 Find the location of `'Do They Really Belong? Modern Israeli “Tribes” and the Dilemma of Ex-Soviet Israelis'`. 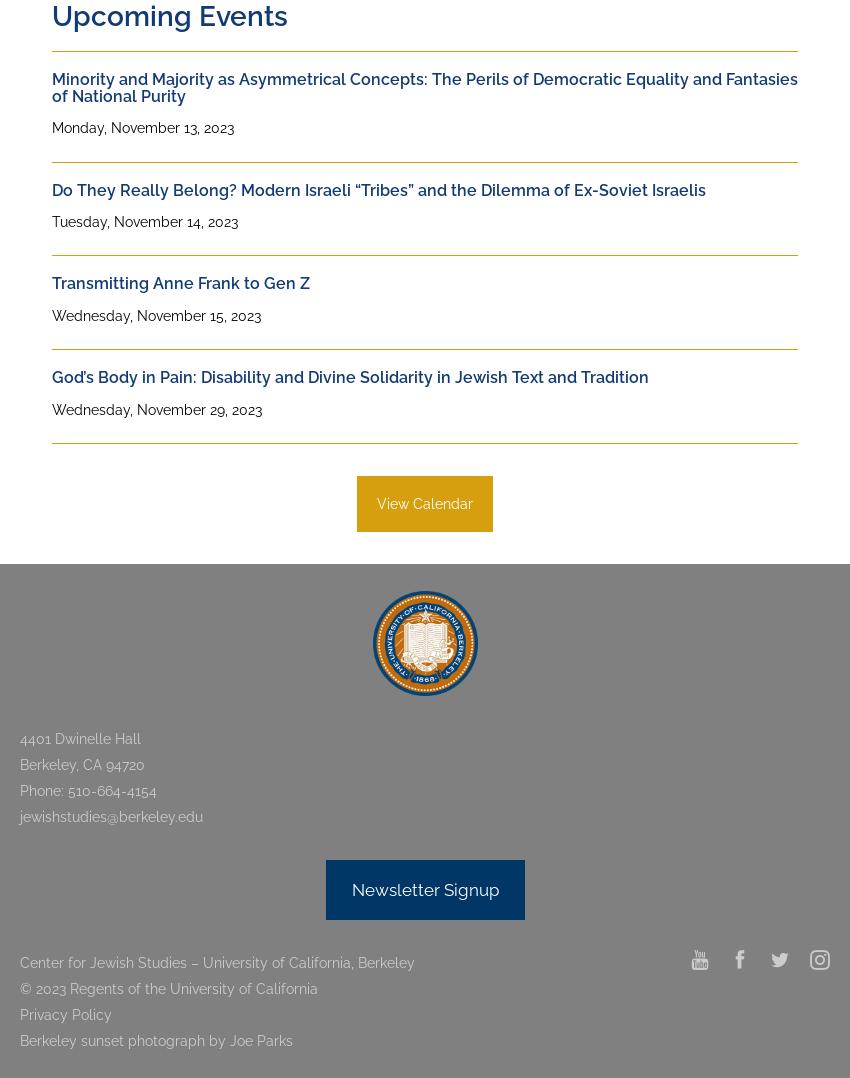

'Do They Really Belong? Modern Israeli “Tribes” and the Dilemma of Ex-Soviet Israelis' is located at coordinates (378, 188).